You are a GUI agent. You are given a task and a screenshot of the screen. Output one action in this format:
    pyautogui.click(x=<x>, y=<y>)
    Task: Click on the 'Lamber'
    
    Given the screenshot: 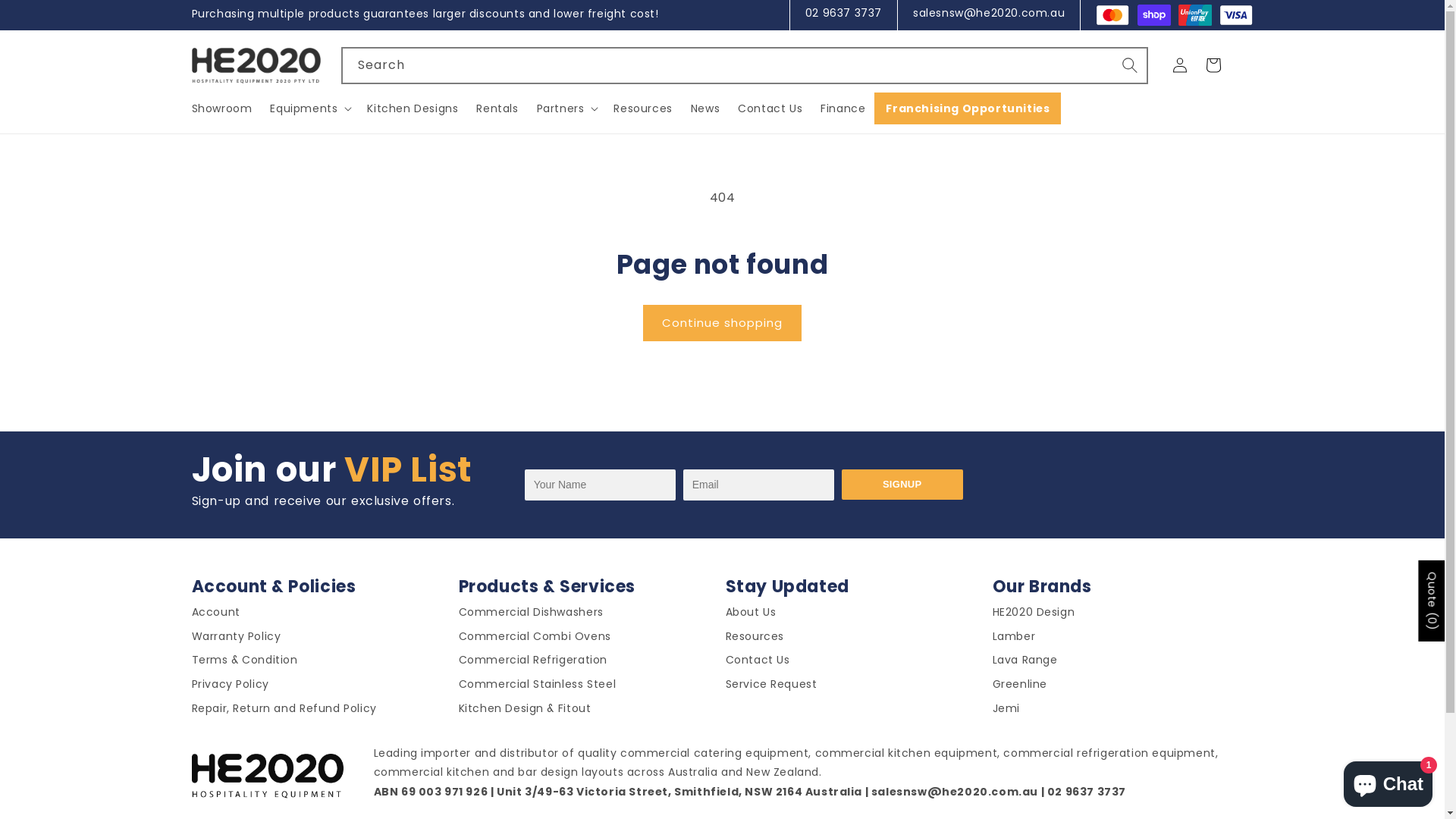 What is the action you would take?
    pyautogui.click(x=1013, y=639)
    